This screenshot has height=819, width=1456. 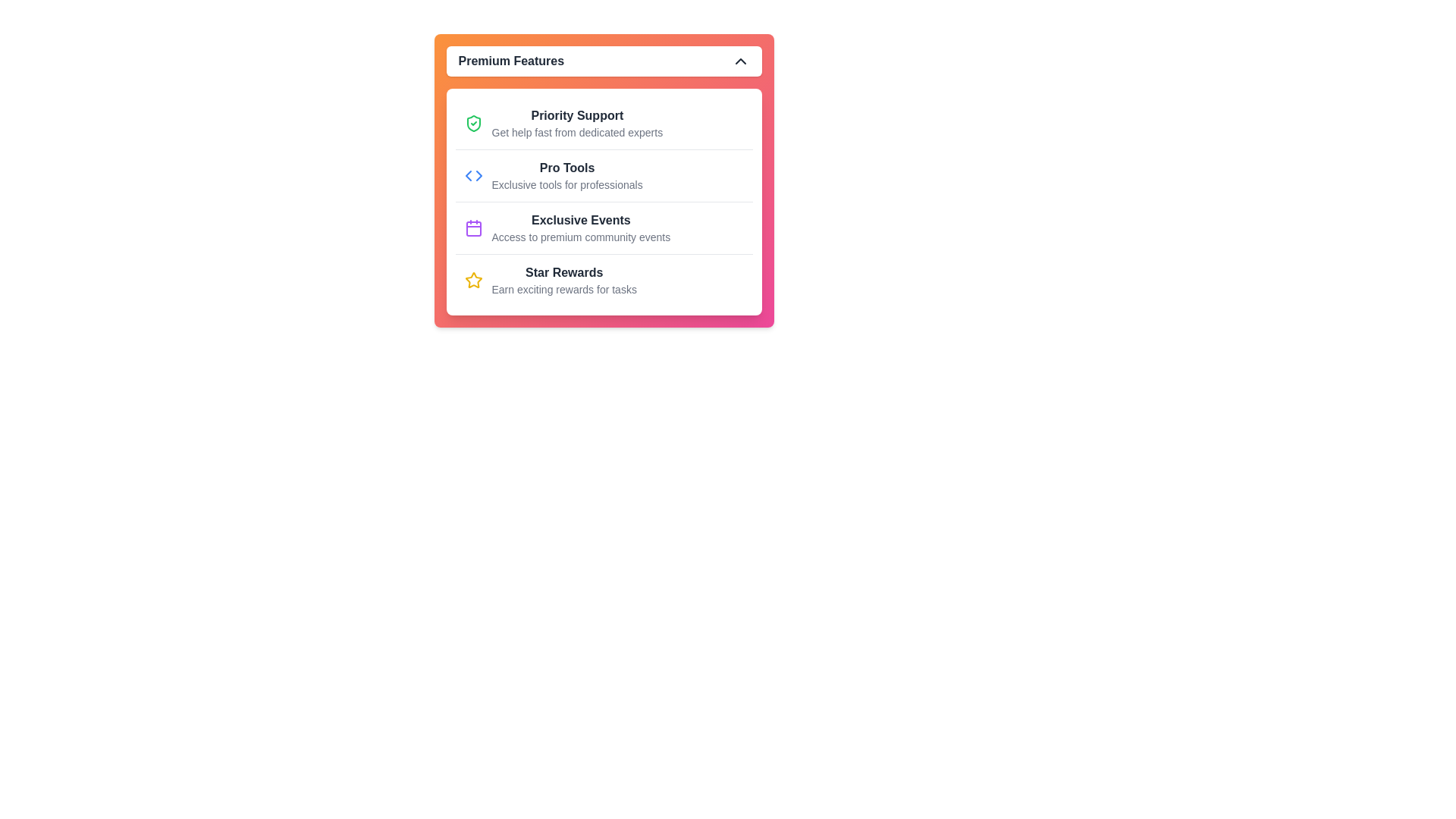 What do you see at coordinates (603, 122) in the screenshot?
I see `the 'Priority Support' list item, which features a green shield icon and descriptive text` at bounding box center [603, 122].